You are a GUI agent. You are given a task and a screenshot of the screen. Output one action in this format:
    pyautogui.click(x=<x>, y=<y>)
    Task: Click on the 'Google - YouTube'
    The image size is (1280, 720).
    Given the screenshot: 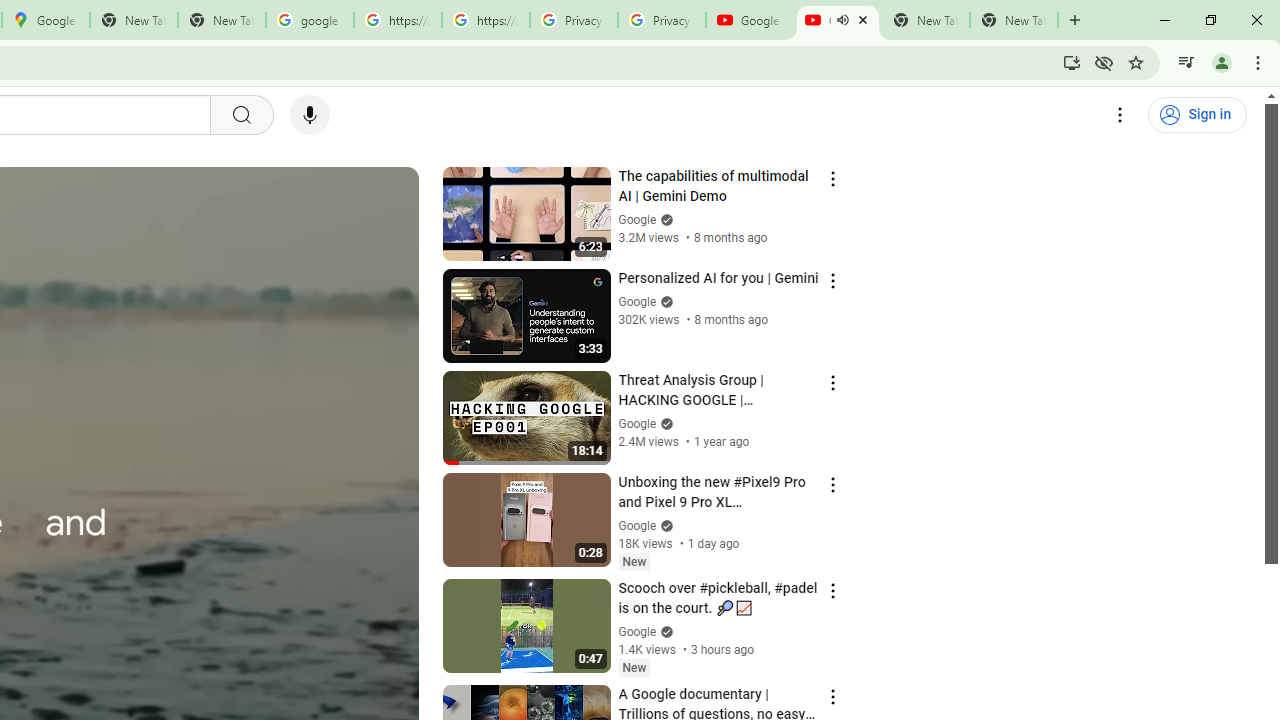 What is the action you would take?
    pyautogui.click(x=749, y=20)
    